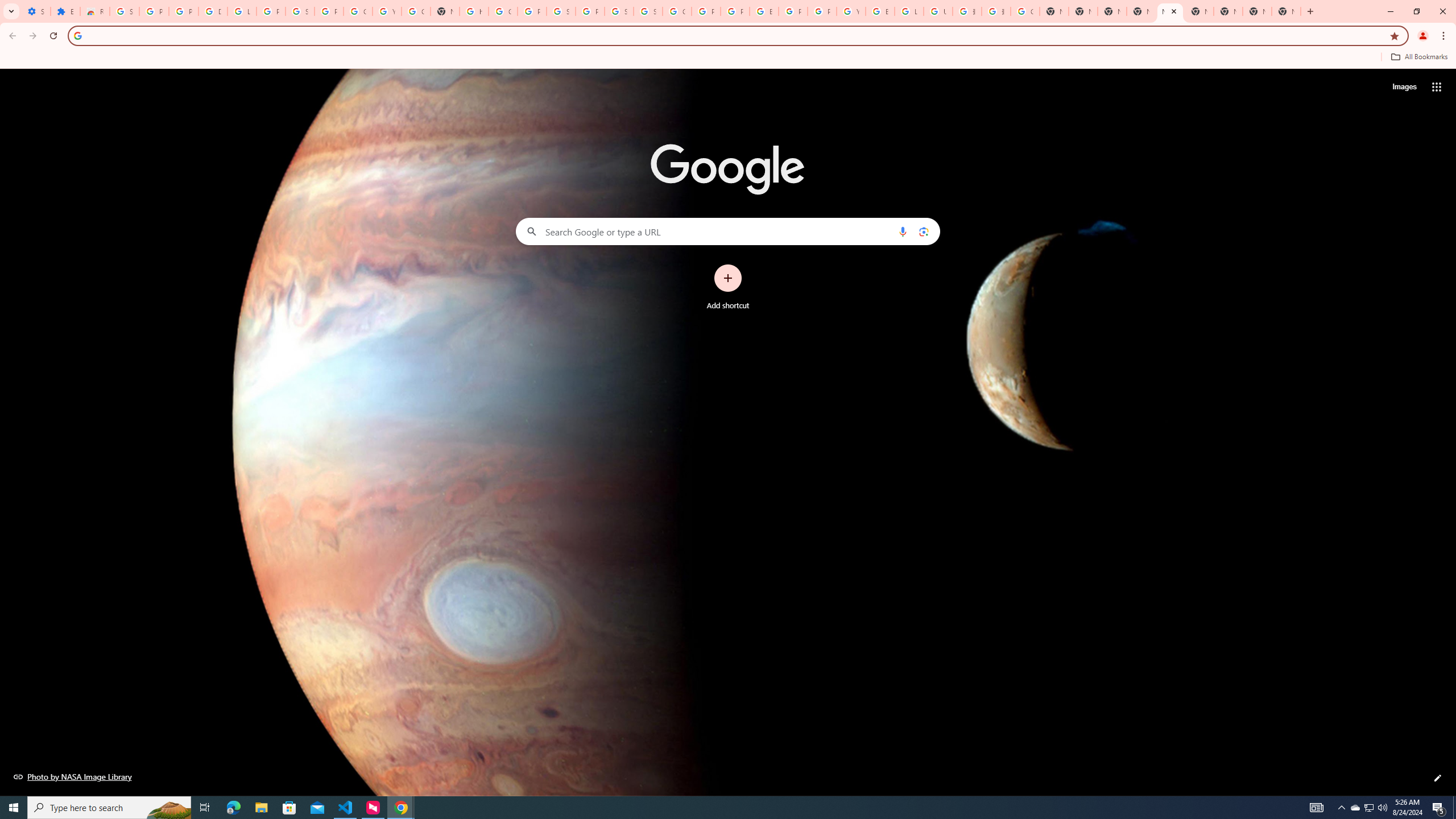  I want to click on 'Sign in - Google Accounts', so click(123, 11).